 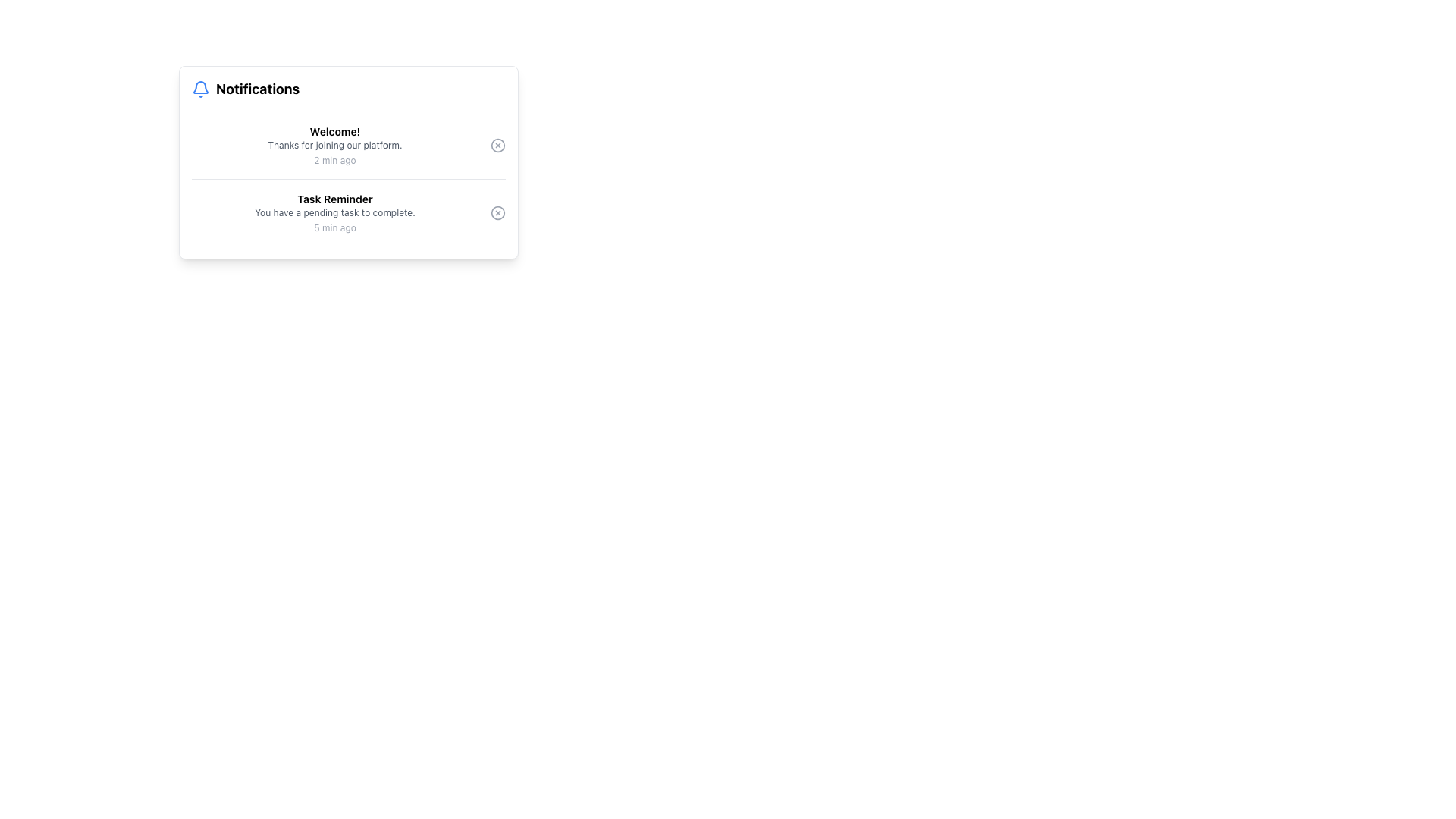 I want to click on the dismiss button for the 'Task Reminder' notification, so click(x=498, y=213).